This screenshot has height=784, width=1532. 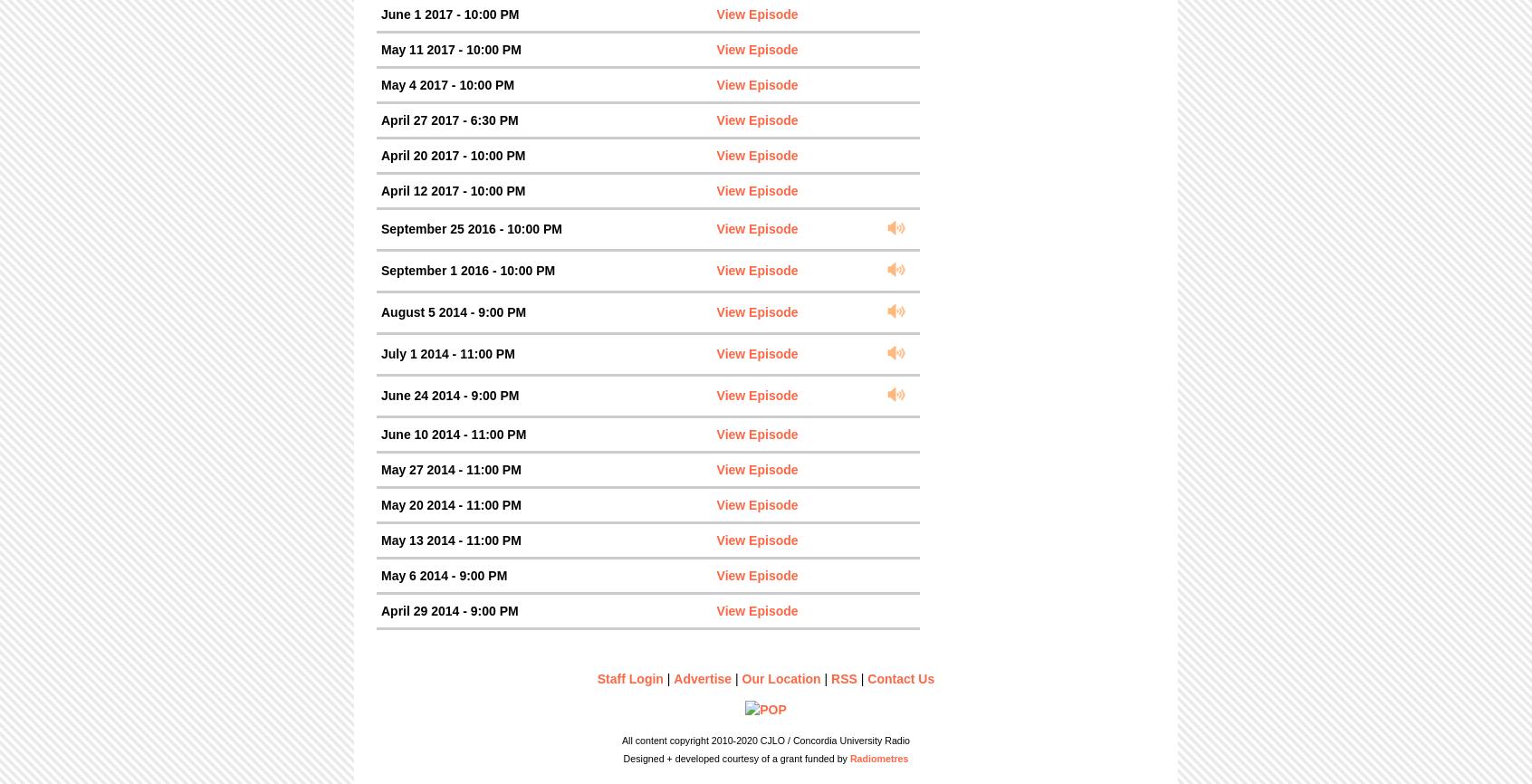 What do you see at coordinates (453, 190) in the screenshot?
I see `'April 12 2017 - 10:00 PM'` at bounding box center [453, 190].